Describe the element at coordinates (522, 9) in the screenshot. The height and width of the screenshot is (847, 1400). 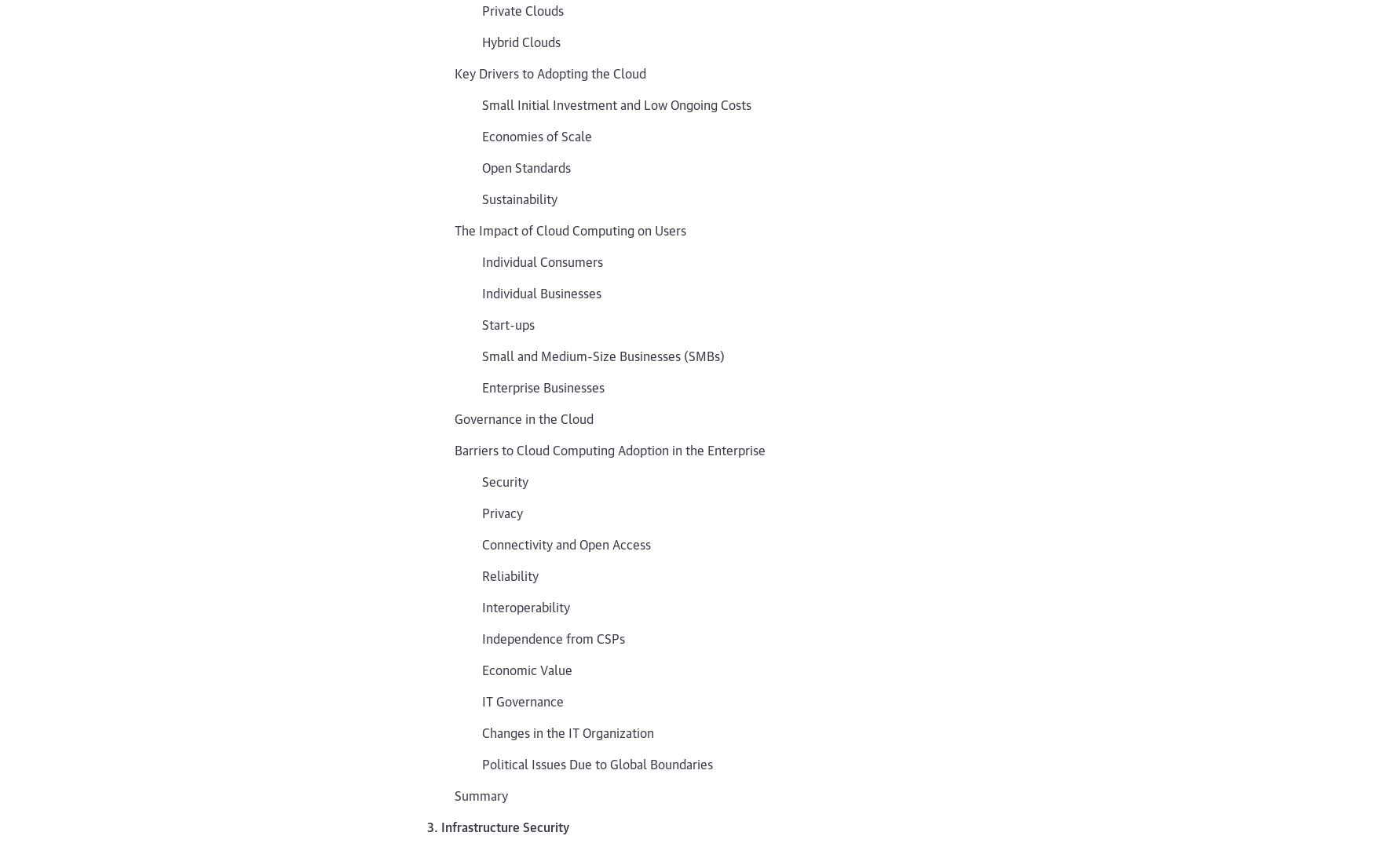
I see `'Private Clouds'` at that location.